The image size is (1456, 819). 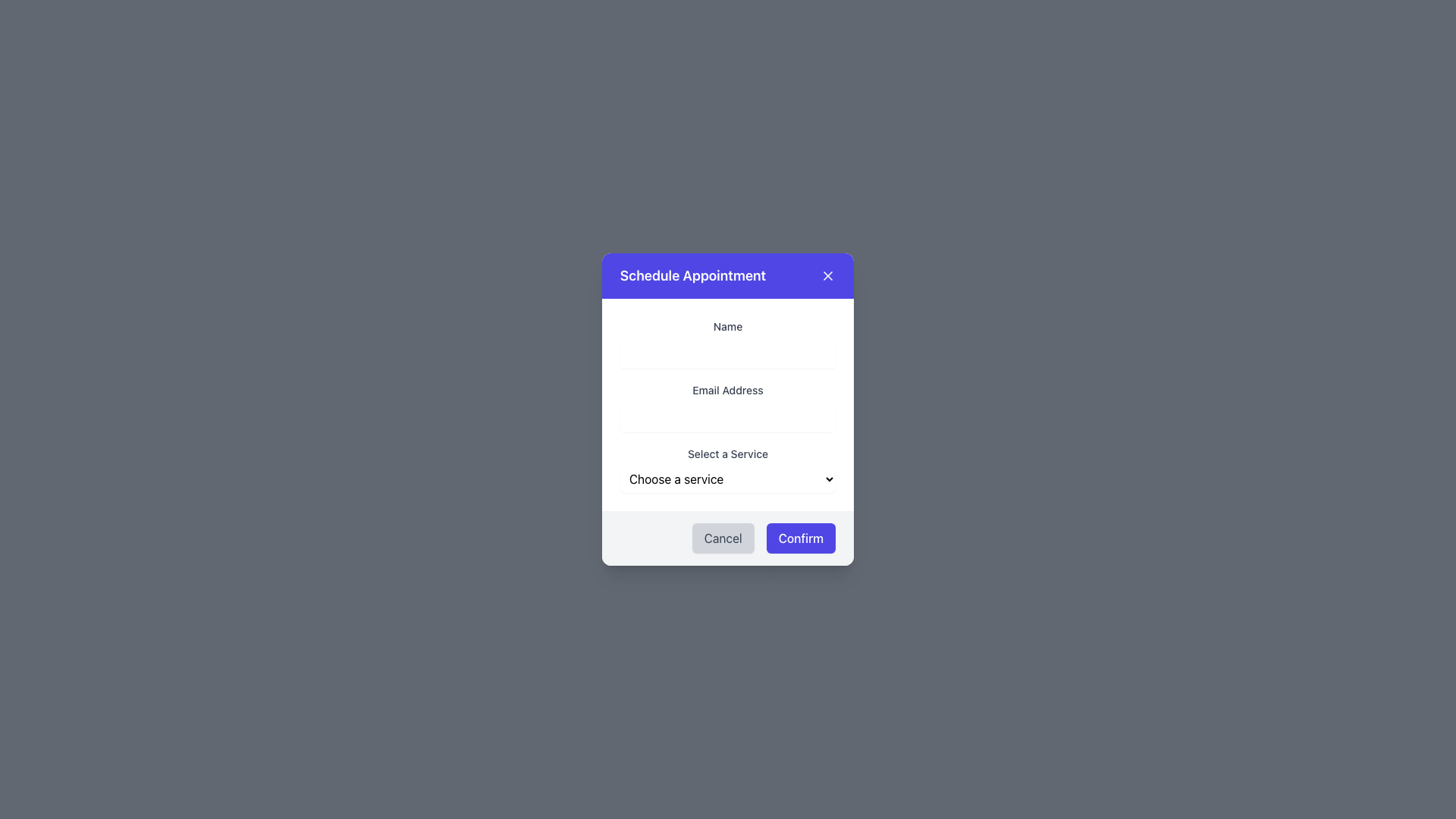 I want to click on the 'Select a Service' dropdown menu, which is styled with rounded edges and has a default value of 'Choose a service', so click(x=728, y=467).